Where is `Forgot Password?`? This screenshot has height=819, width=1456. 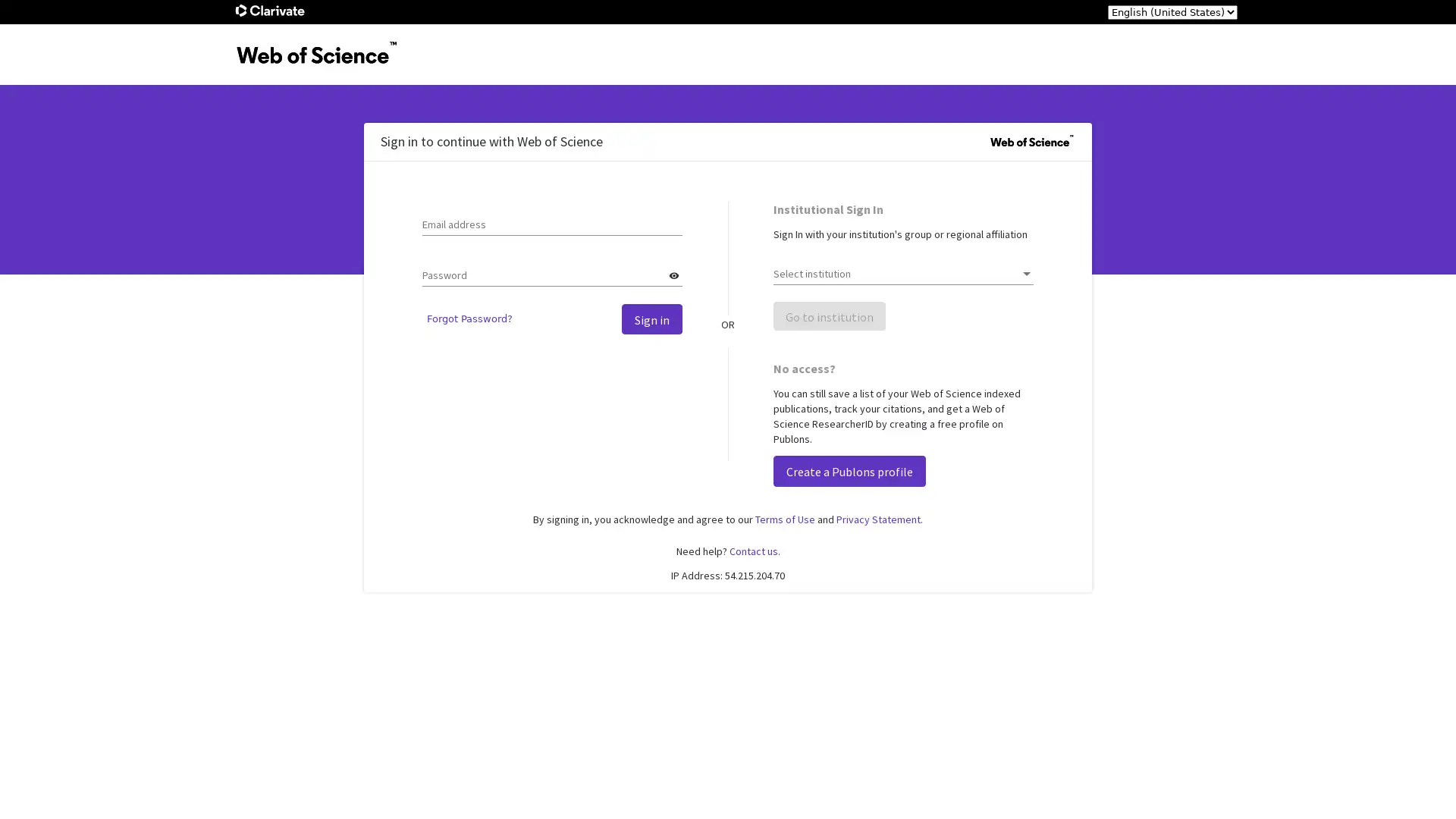
Forgot Password? is located at coordinates (468, 318).